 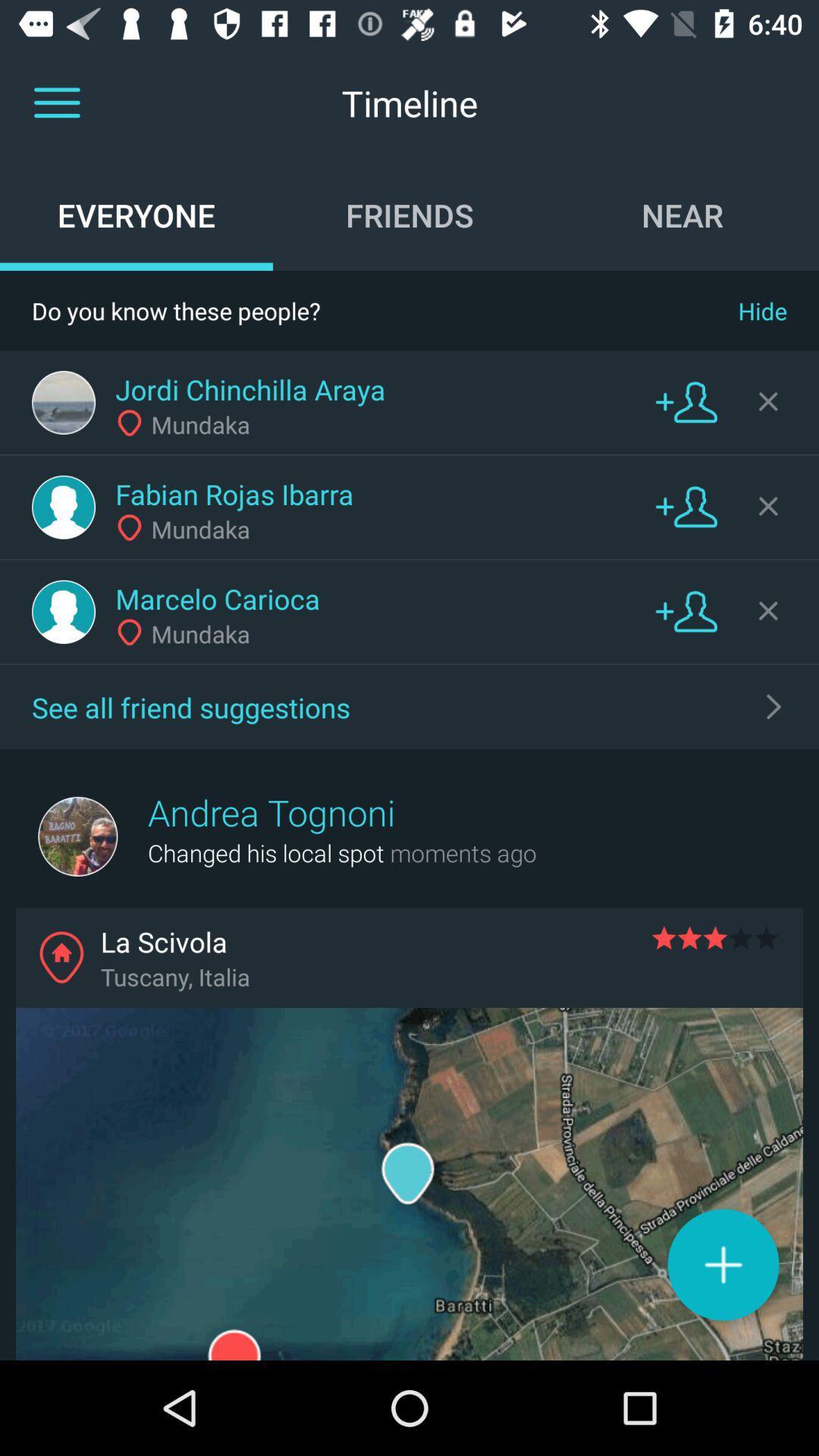 What do you see at coordinates (375, 941) in the screenshot?
I see `the la scivola` at bounding box center [375, 941].